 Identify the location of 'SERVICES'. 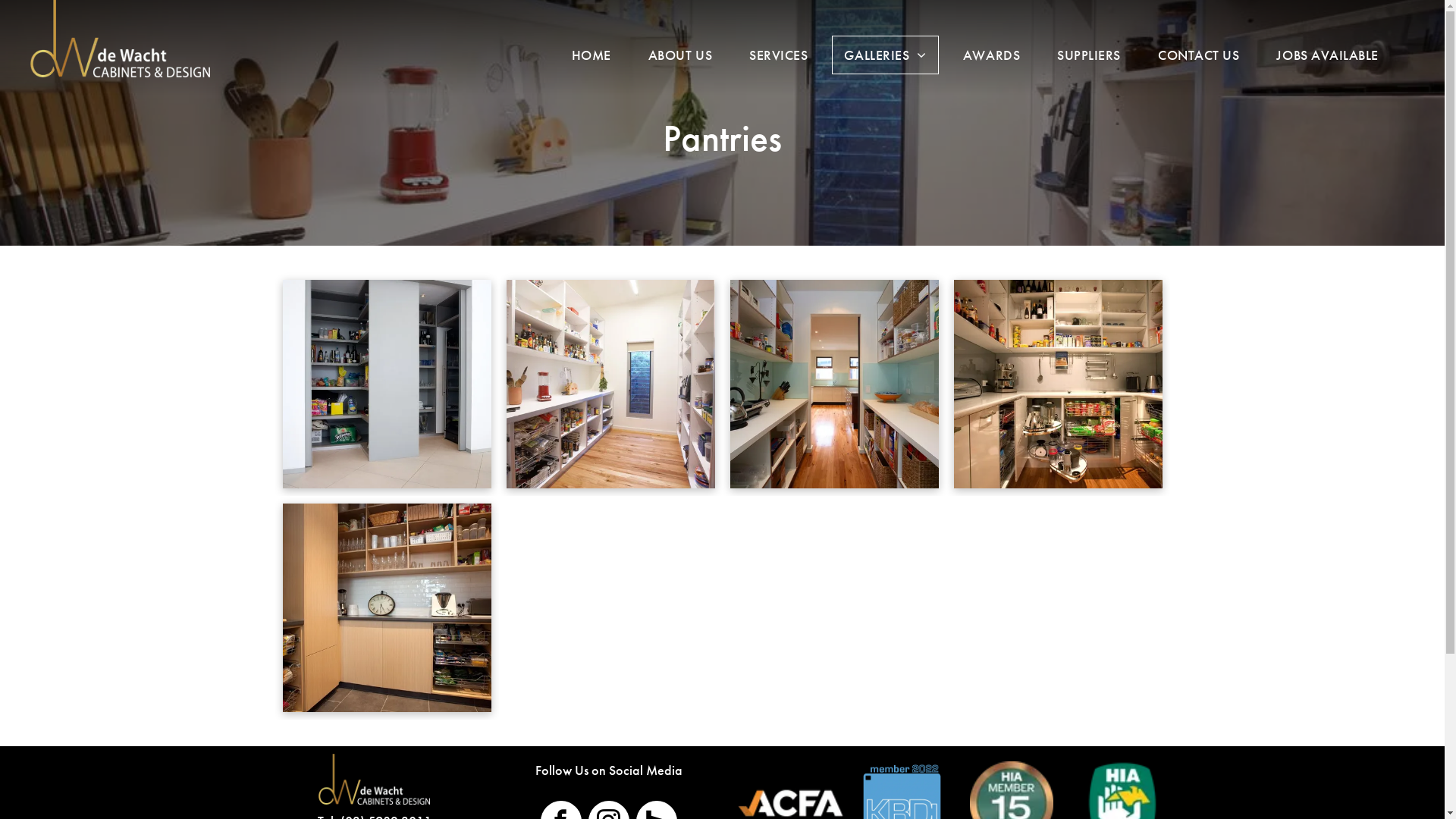
(778, 54).